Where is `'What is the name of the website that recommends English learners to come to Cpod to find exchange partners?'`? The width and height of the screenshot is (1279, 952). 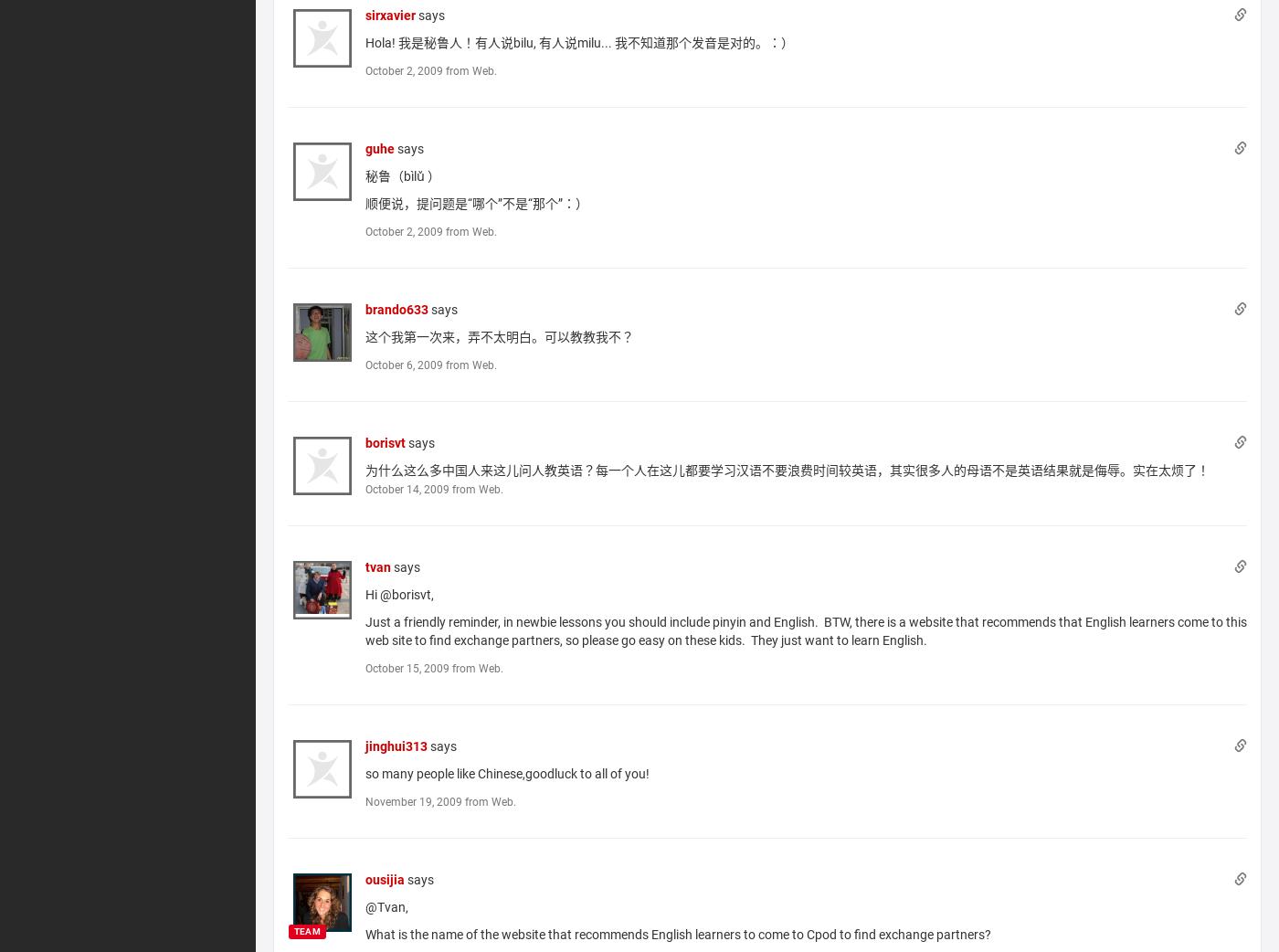
'What is the name of the website that recommends English learners to come to Cpod to find exchange partners?' is located at coordinates (678, 933).